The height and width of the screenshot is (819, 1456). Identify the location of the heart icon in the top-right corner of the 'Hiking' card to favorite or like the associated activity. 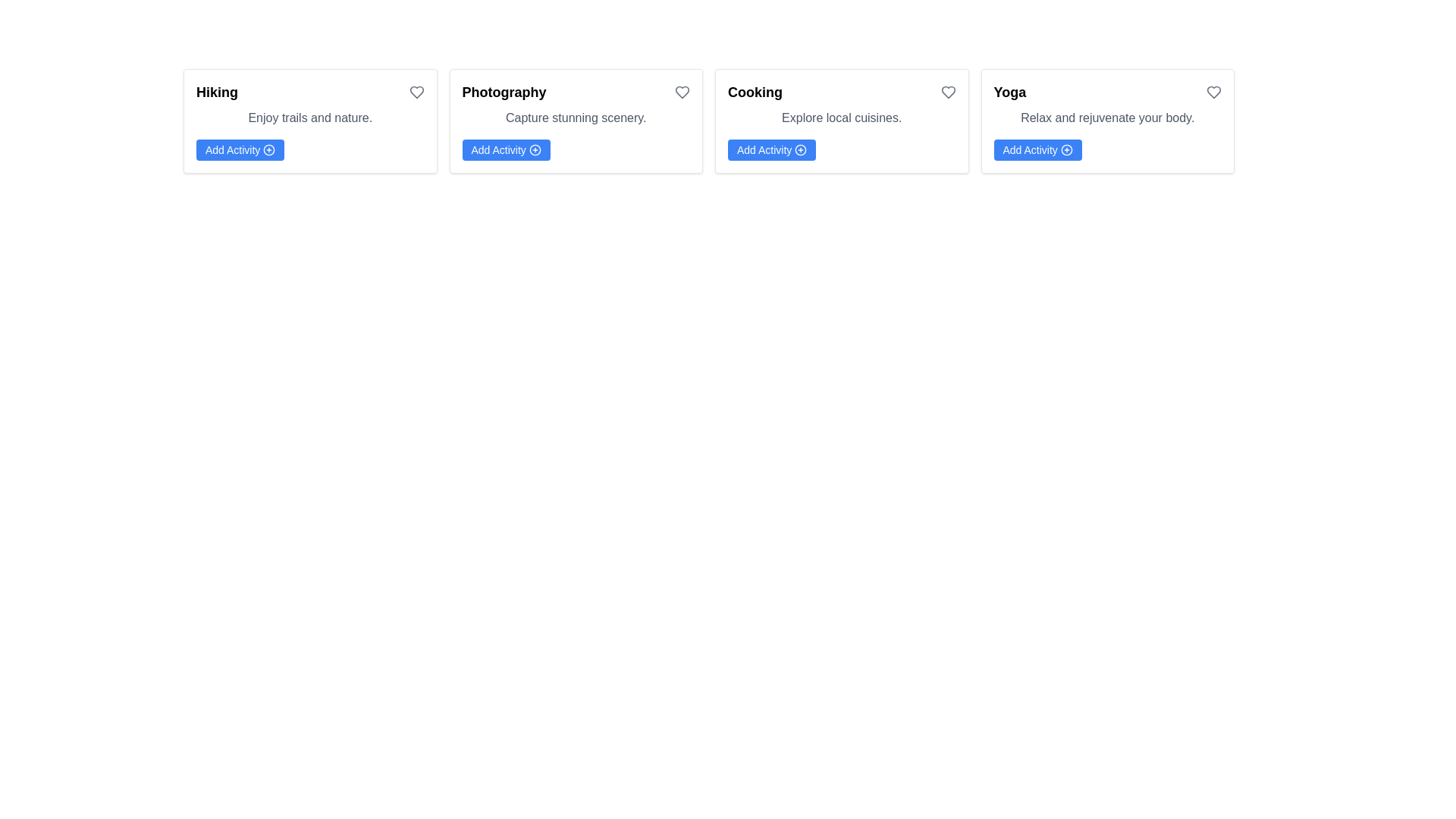
(416, 93).